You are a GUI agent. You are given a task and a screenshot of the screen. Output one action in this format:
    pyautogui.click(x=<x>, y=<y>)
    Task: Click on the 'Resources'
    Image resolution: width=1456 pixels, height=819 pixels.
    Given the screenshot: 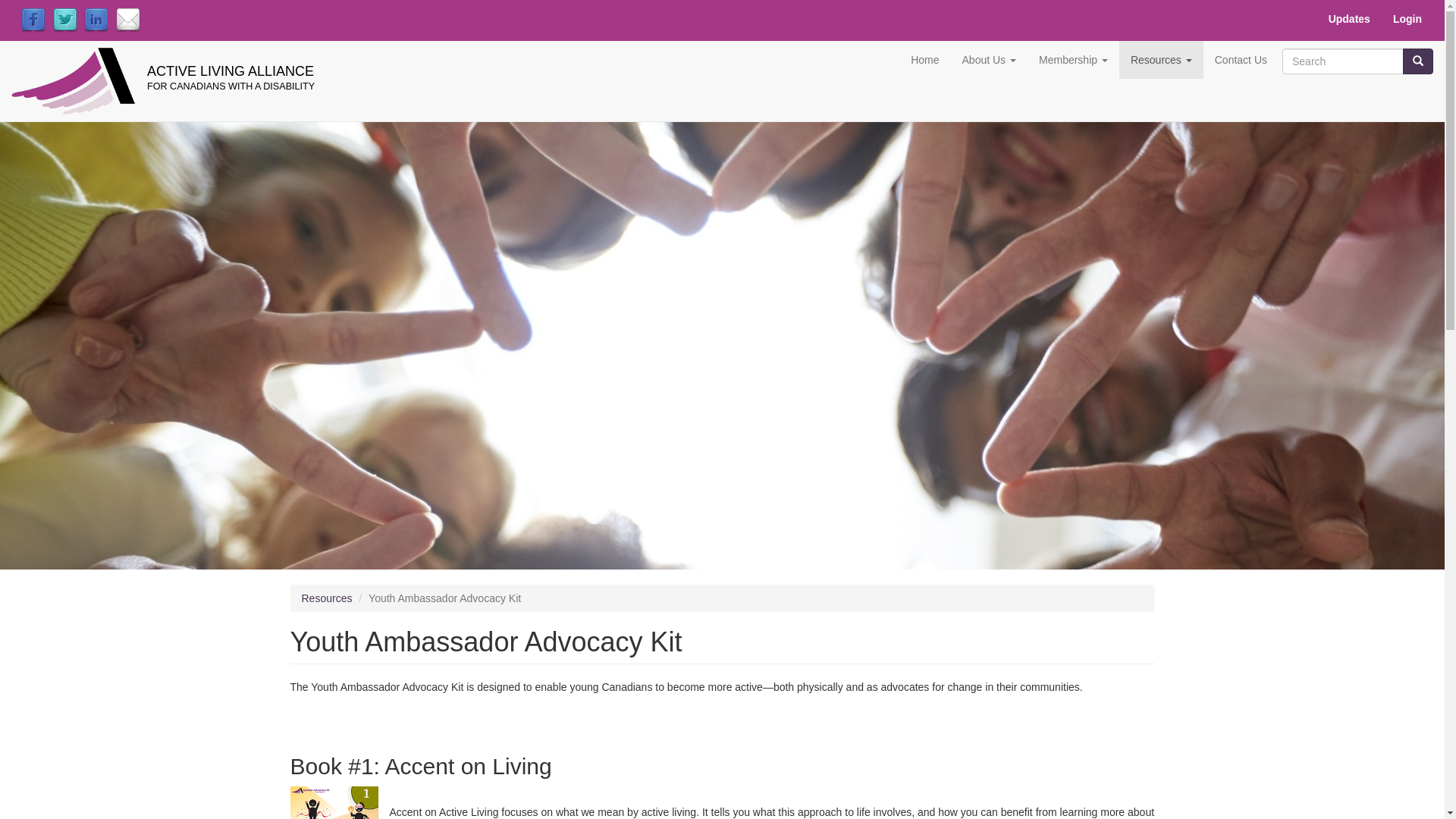 What is the action you would take?
    pyautogui.click(x=302, y=598)
    